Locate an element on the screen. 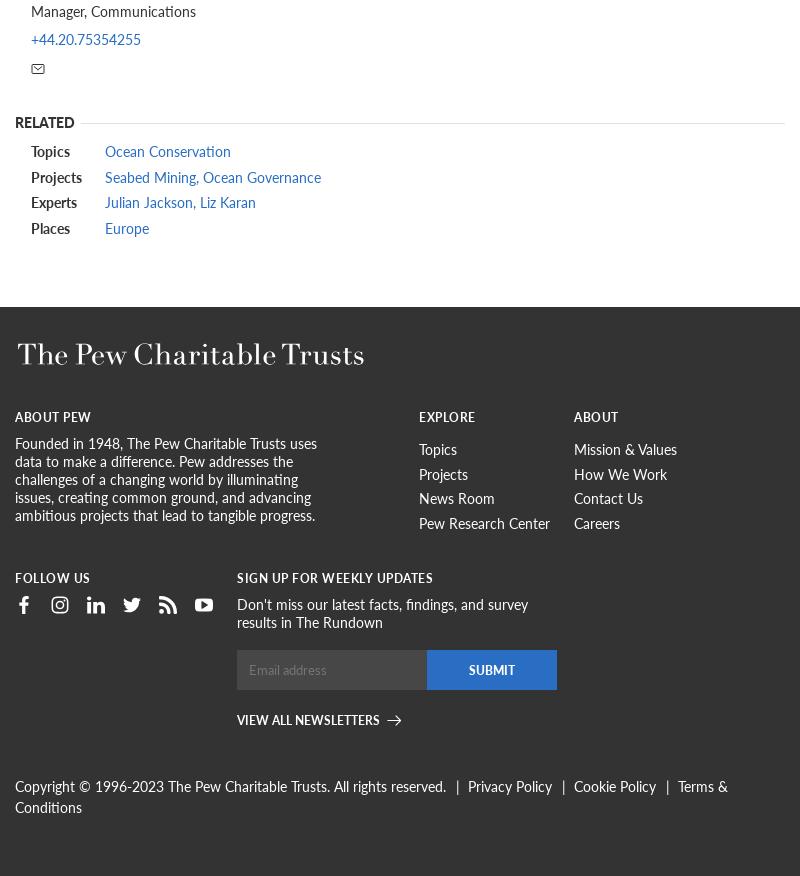 The image size is (800, 876). 'Don't miss our latest facts, findings, and survey results in The Rundown' is located at coordinates (381, 613).